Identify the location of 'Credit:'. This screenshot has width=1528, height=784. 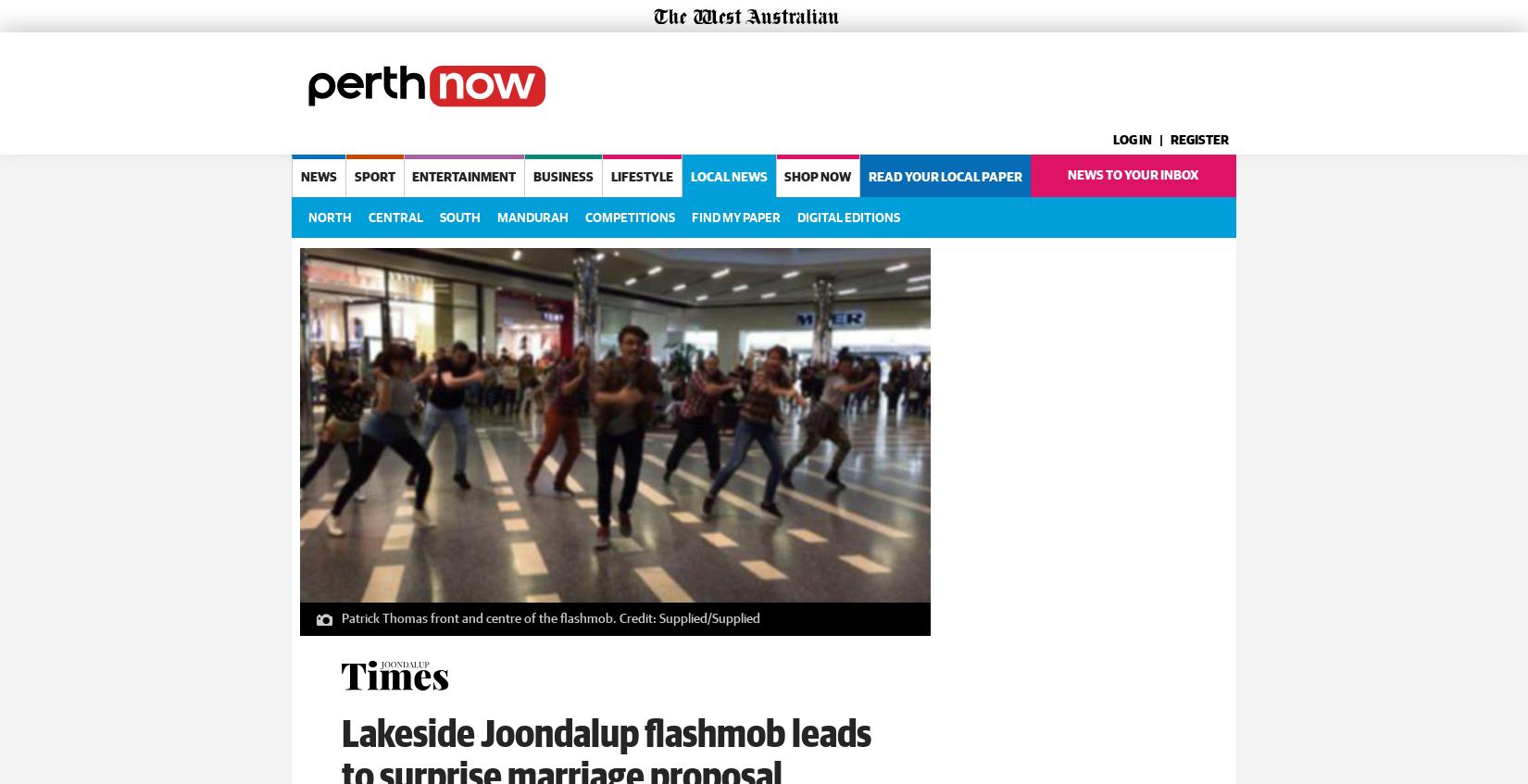
(615, 615).